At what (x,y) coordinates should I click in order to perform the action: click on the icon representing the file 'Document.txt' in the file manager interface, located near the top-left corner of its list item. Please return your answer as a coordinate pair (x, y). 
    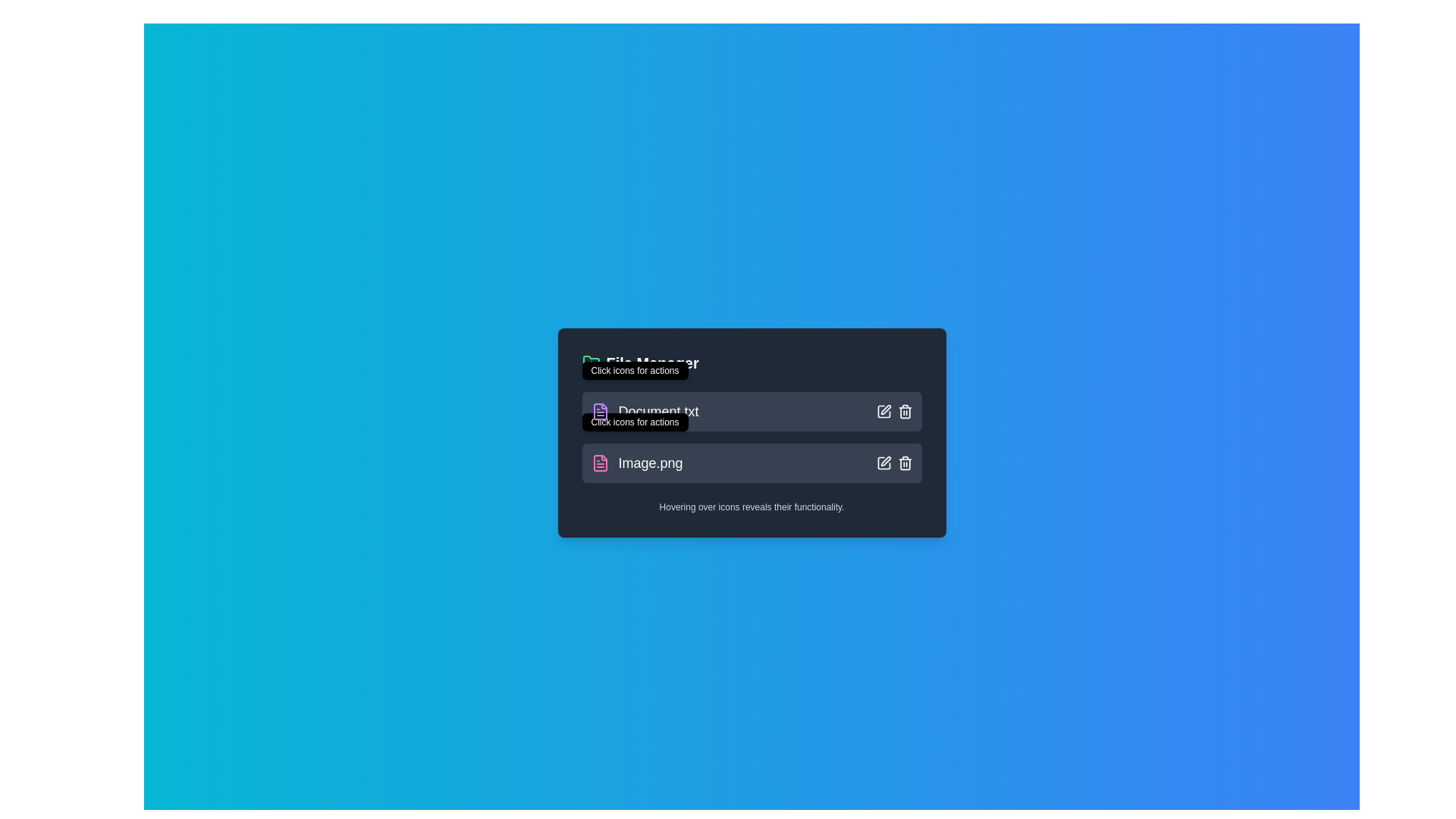
    Looking at the image, I should click on (599, 462).